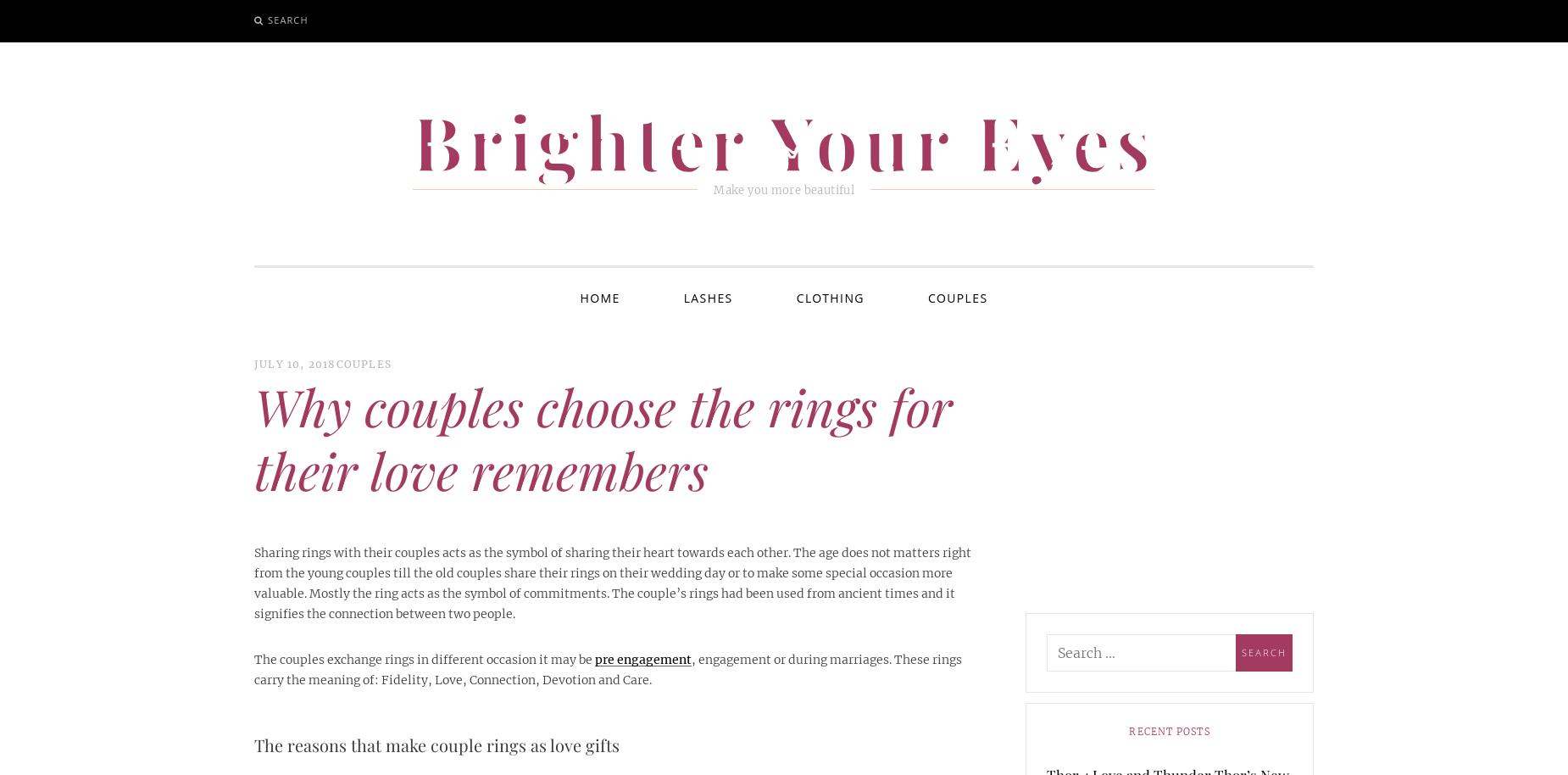  What do you see at coordinates (436, 743) in the screenshot?
I see `'The reasons that make couple rings as love gifts'` at bounding box center [436, 743].